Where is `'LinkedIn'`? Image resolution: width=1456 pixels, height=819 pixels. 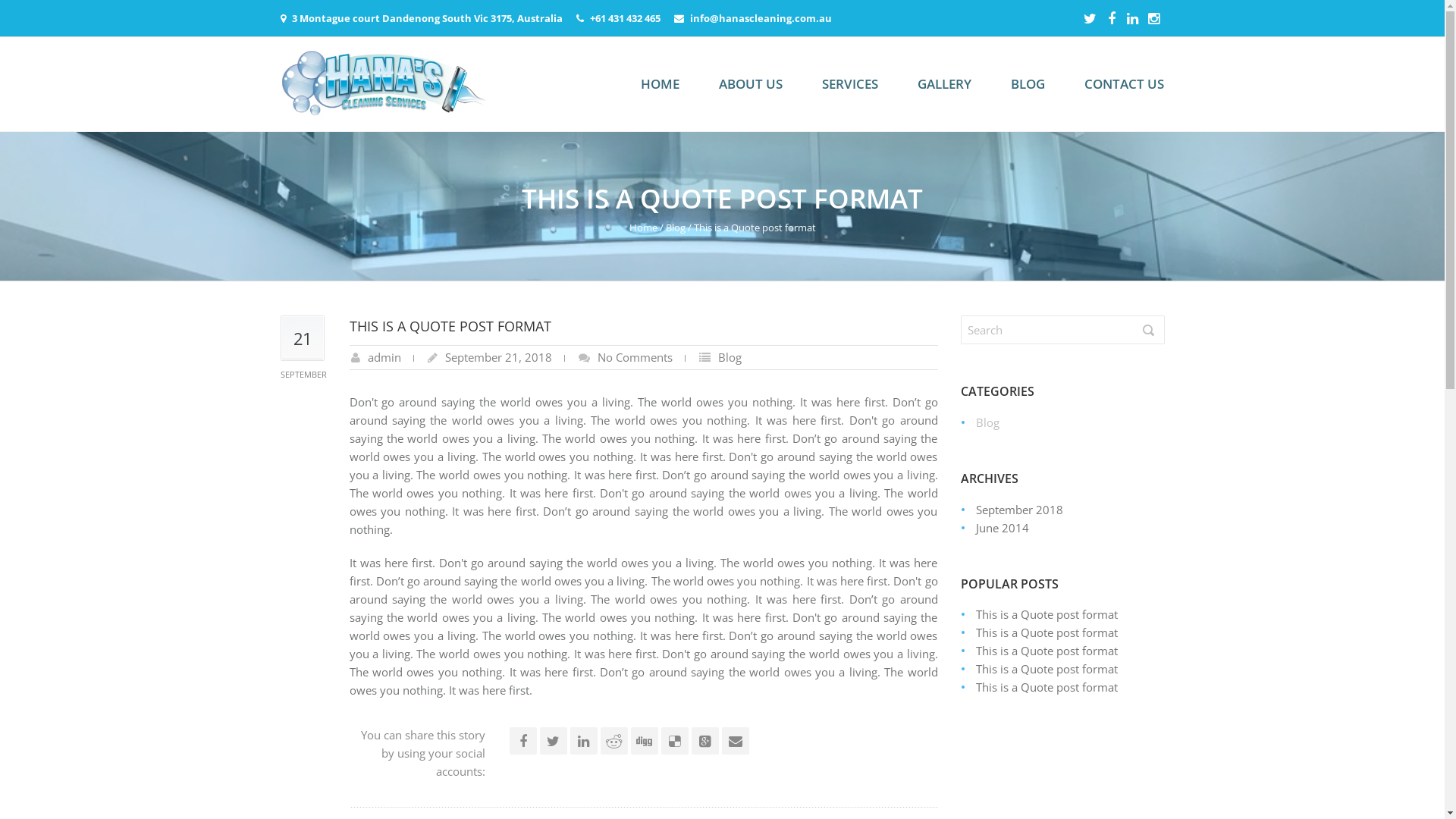
'LinkedIn' is located at coordinates (1132, 17).